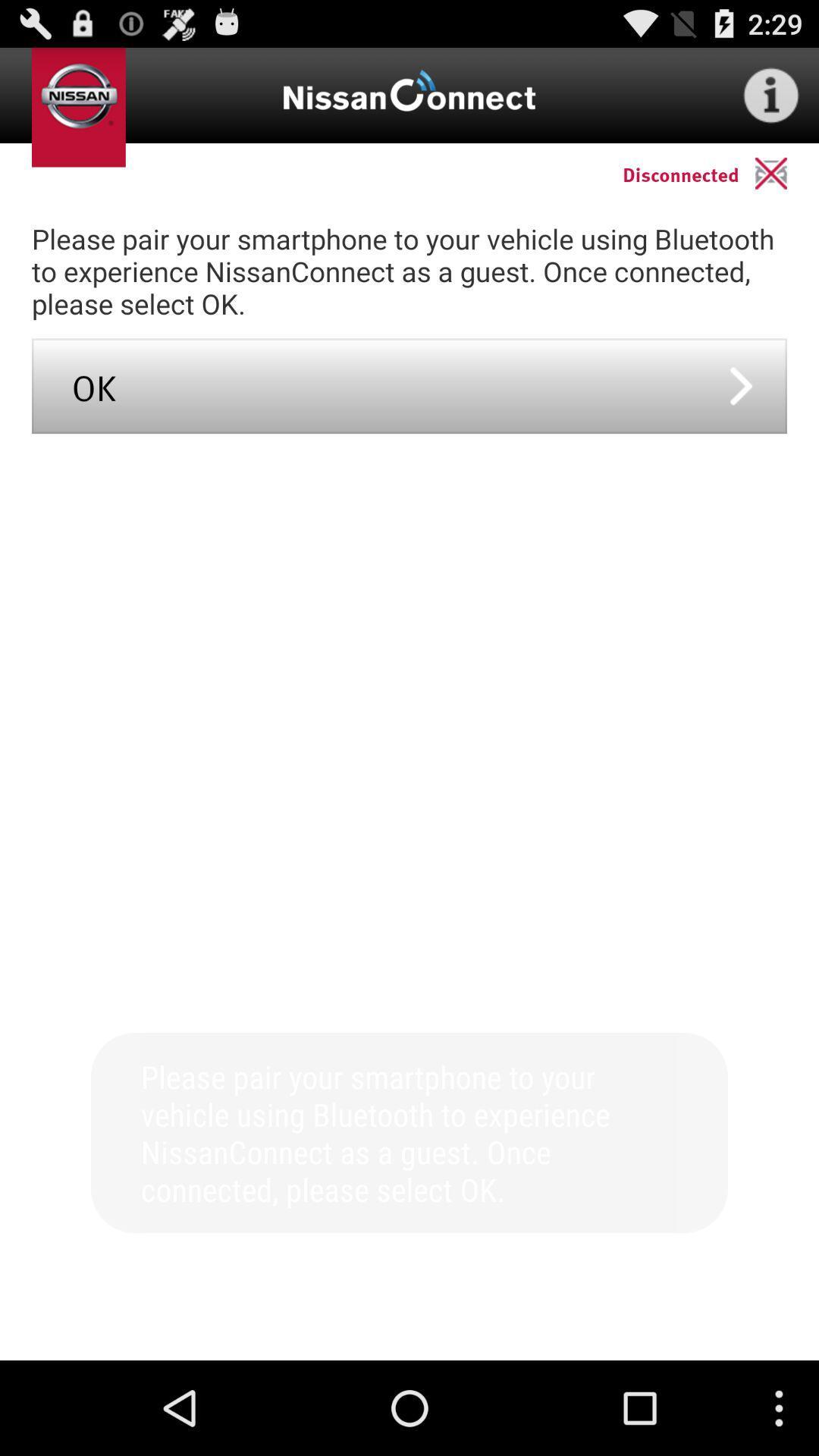  Describe the element at coordinates (771, 94) in the screenshot. I see `the icon above disconnected item` at that location.